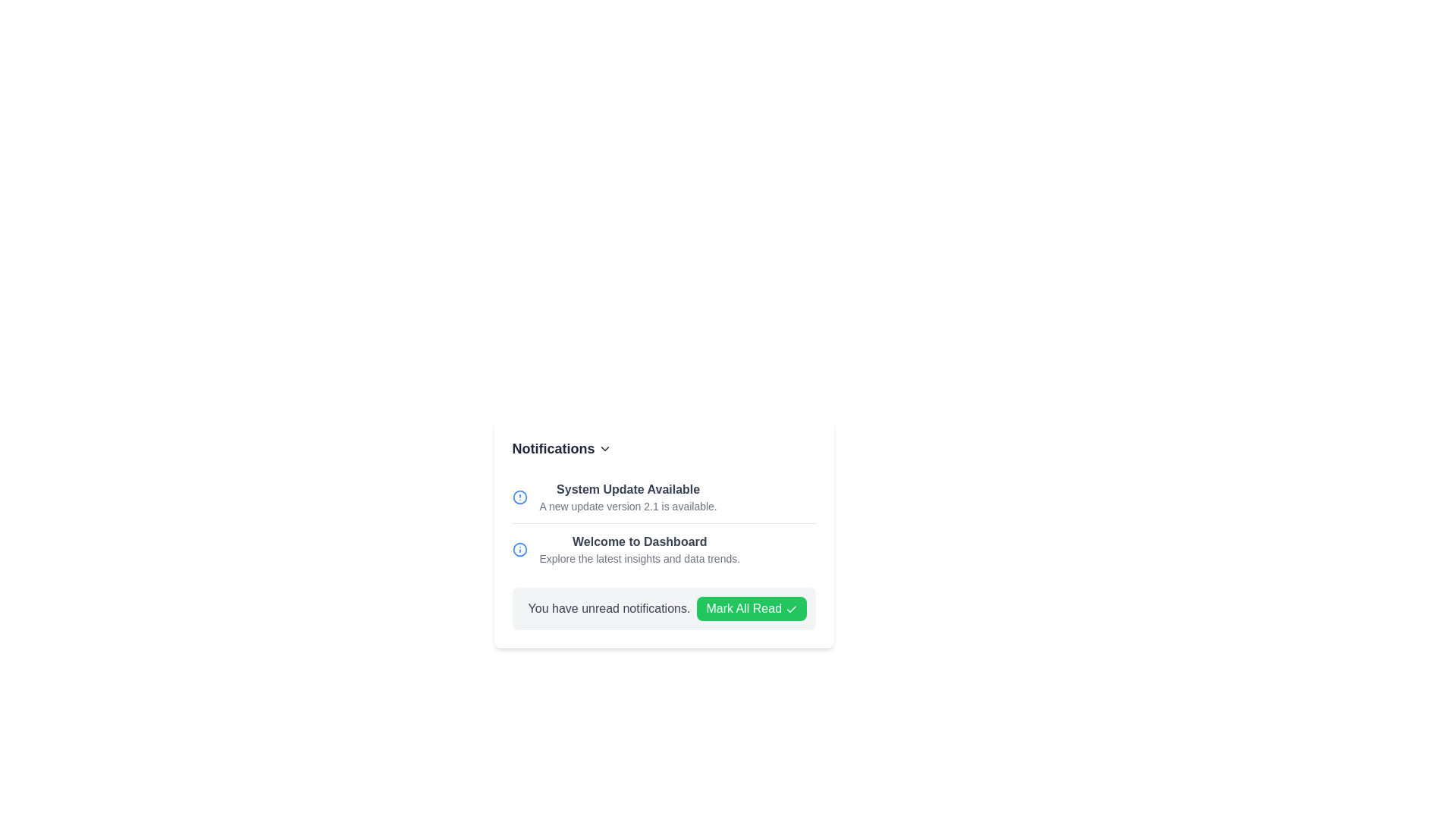  I want to click on heading and subtitle of the notification text block that informs the user about the new system update (version 2.1), positioned as the first entry within the notification dropdown, so click(628, 497).